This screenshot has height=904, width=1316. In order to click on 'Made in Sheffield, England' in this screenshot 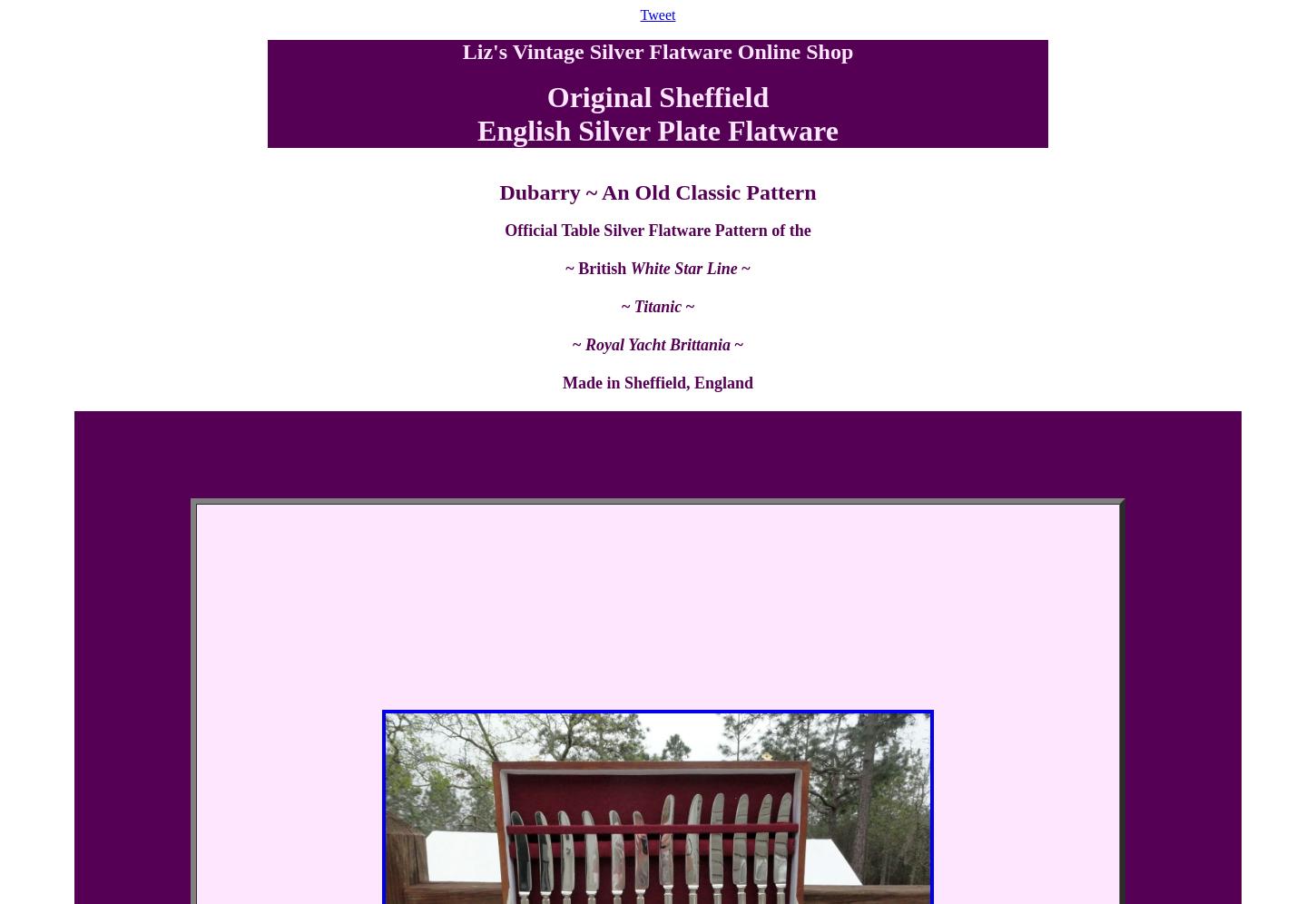, I will do `click(561, 383)`.